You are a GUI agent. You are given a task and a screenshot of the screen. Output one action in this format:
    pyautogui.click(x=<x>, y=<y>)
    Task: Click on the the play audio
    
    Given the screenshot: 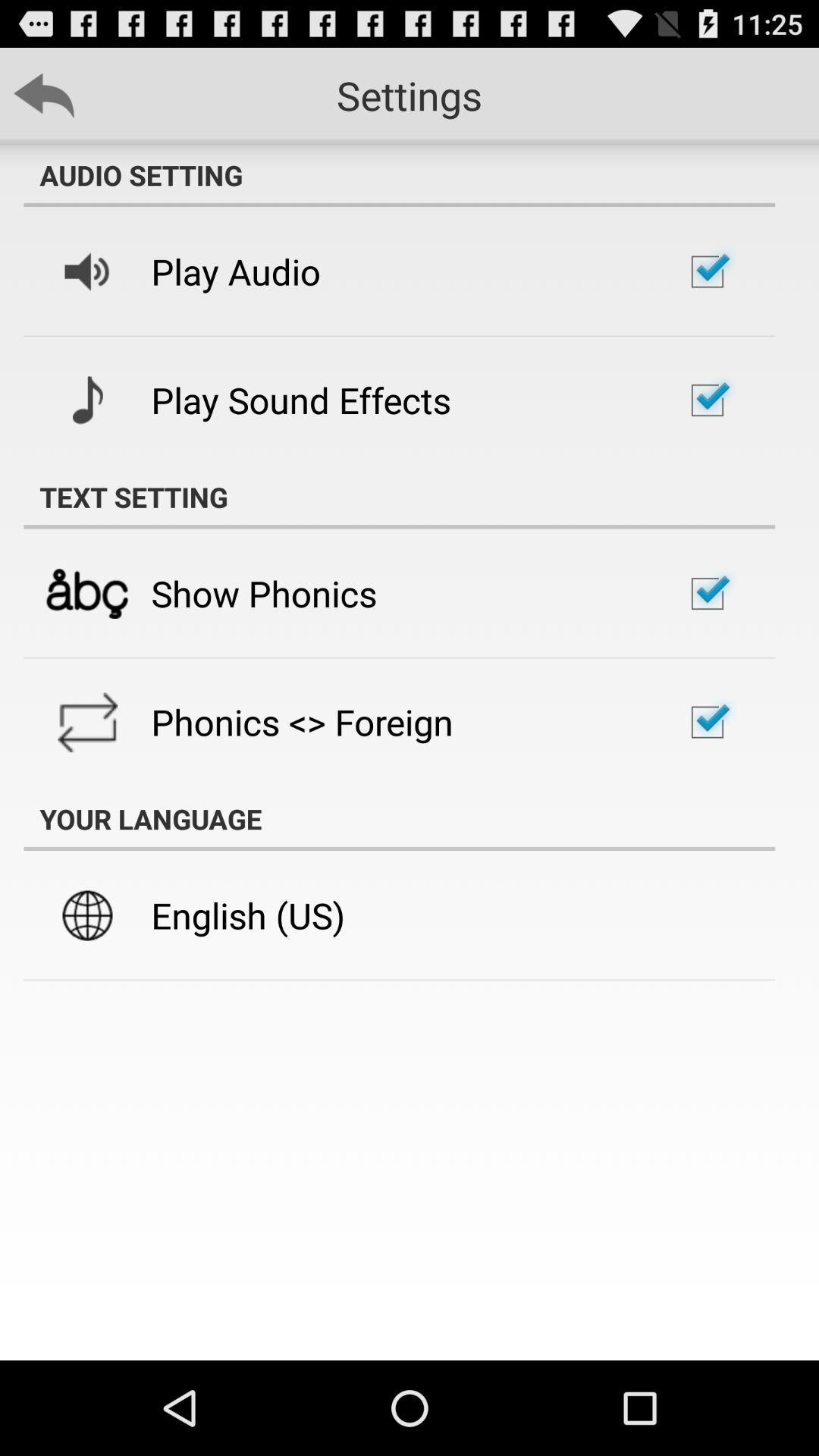 What is the action you would take?
    pyautogui.click(x=236, y=271)
    